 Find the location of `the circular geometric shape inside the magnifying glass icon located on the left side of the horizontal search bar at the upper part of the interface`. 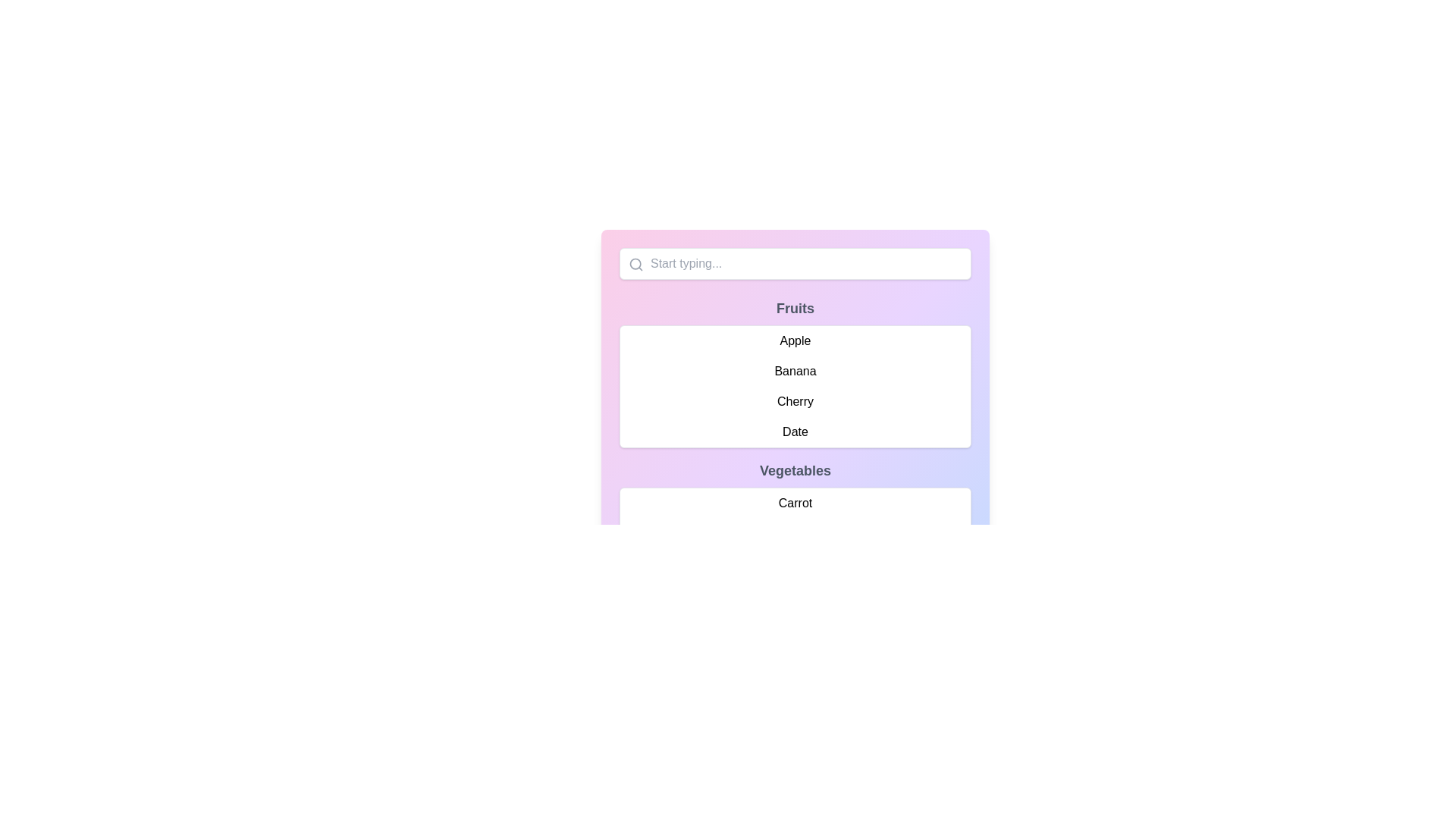

the circular geometric shape inside the magnifying glass icon located on the left side of the horizontal search bar at the upper part of the interface is located at coordinates (635, 263).